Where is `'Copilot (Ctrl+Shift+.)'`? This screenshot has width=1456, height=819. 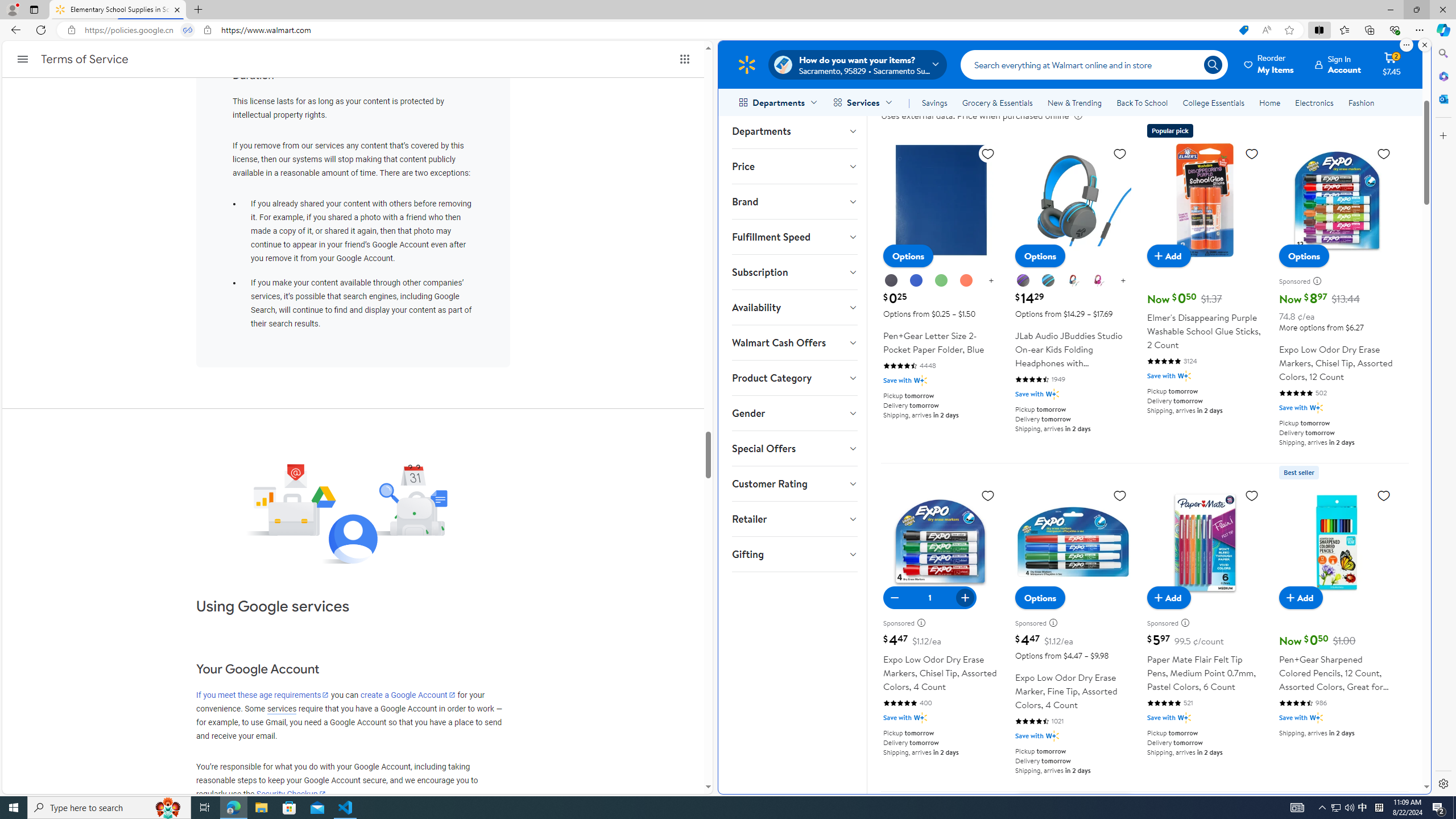 'Copilot (Ctrl+Shift+.)' is located at coordinates (1442, 29).